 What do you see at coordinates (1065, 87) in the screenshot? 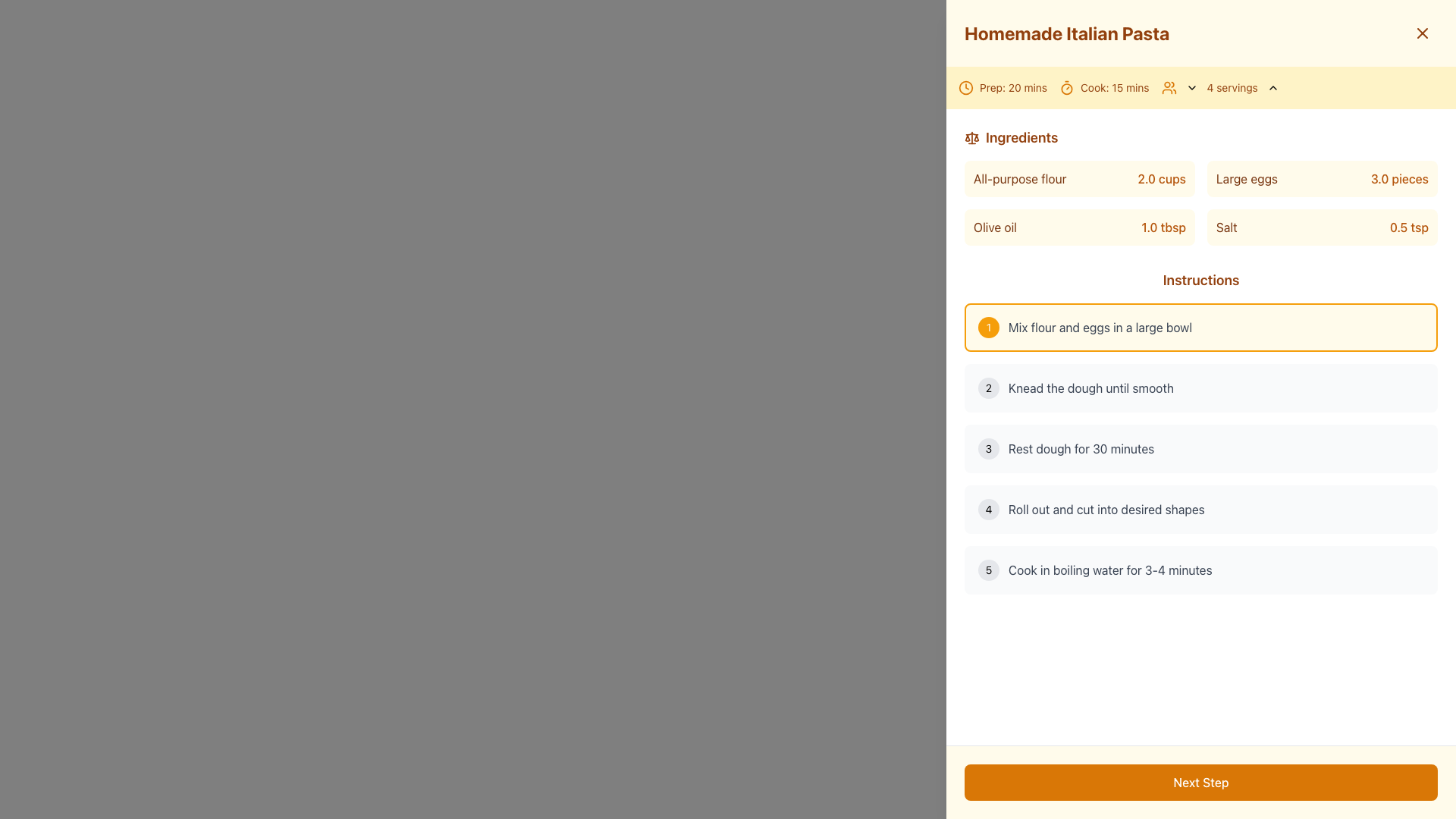
I see `associated textual information of the amber timer icon located in the header area before the text 'Cook: 15 mins'` at bounding box center [1065, 87].